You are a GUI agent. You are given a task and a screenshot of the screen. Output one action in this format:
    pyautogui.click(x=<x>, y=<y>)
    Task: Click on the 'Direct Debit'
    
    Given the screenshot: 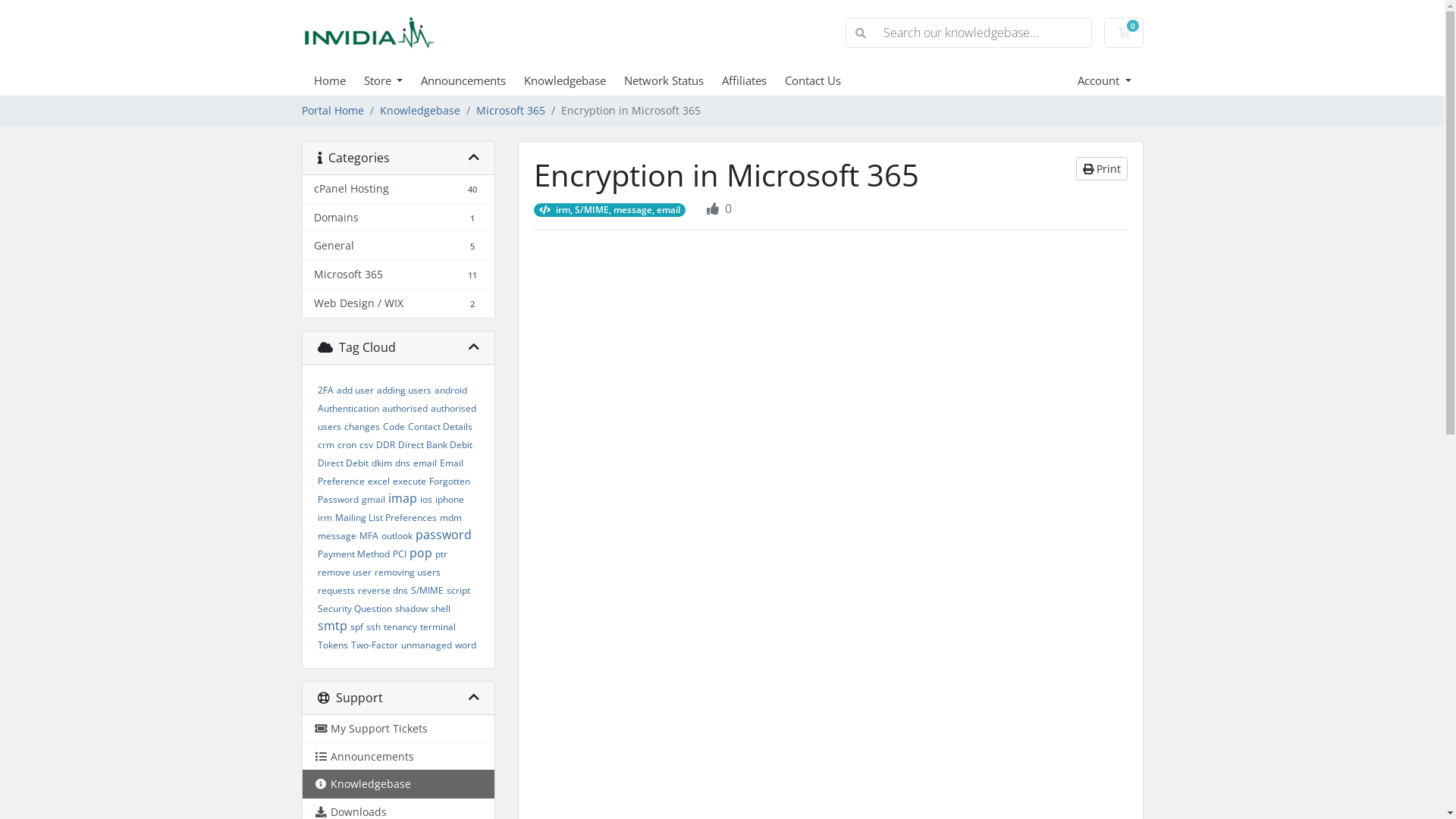 What is the action you would take?
    pyautogui.click(x=341, y=462)
    